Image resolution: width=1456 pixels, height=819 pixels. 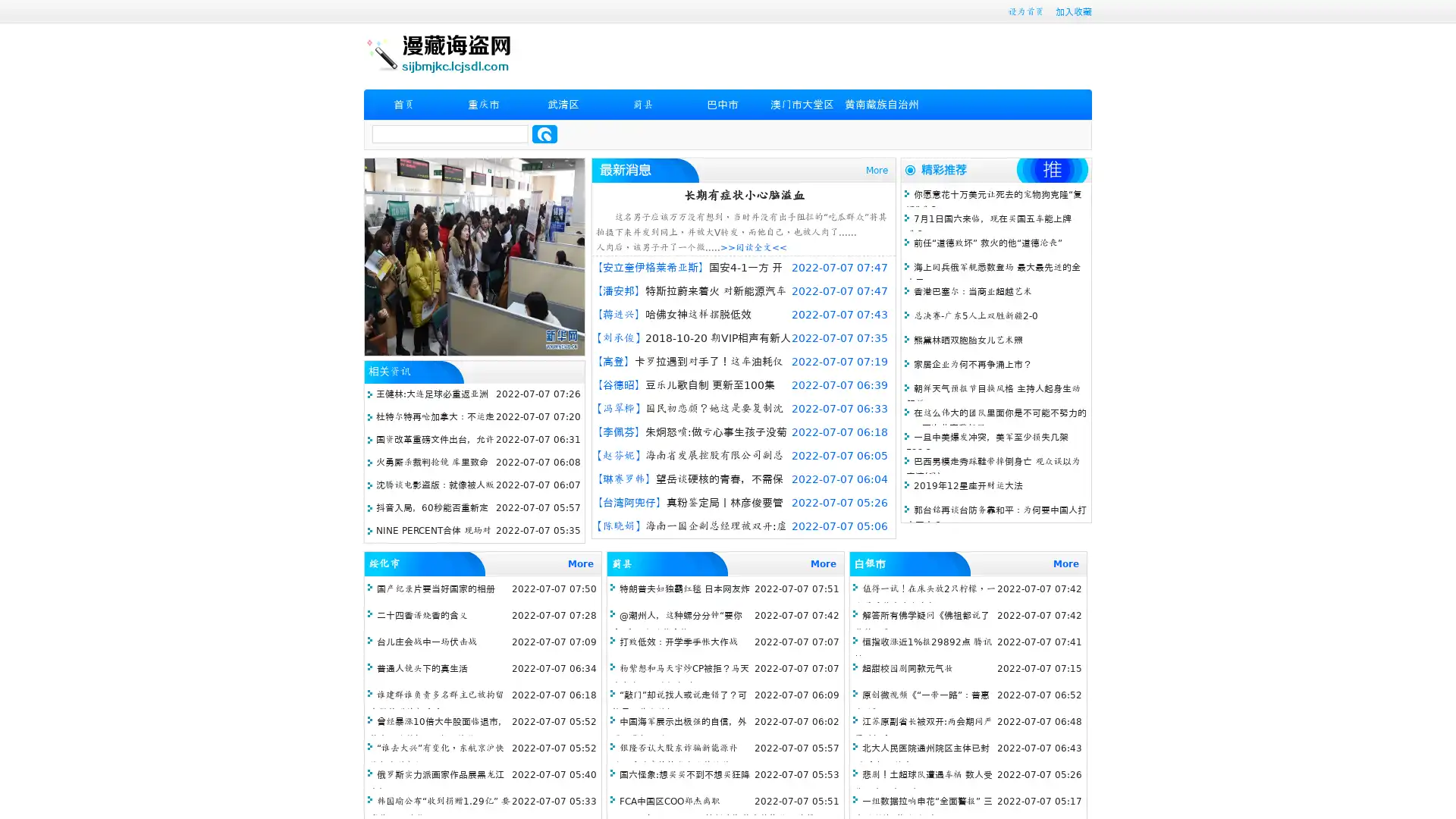 I want to click on Search, so click(x=544, y=133).